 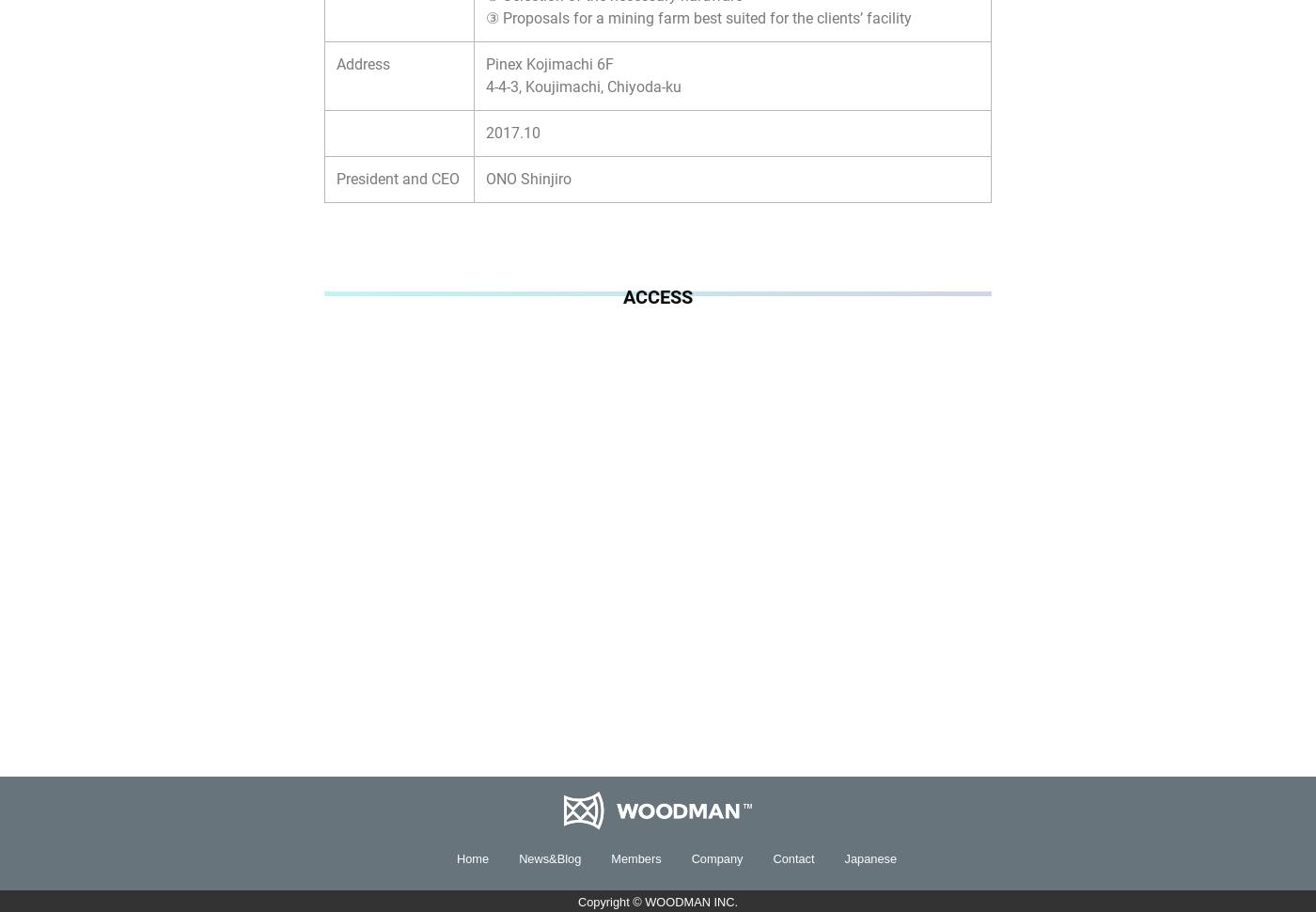 I want to click on 'Address', so click(x=336, y=63).